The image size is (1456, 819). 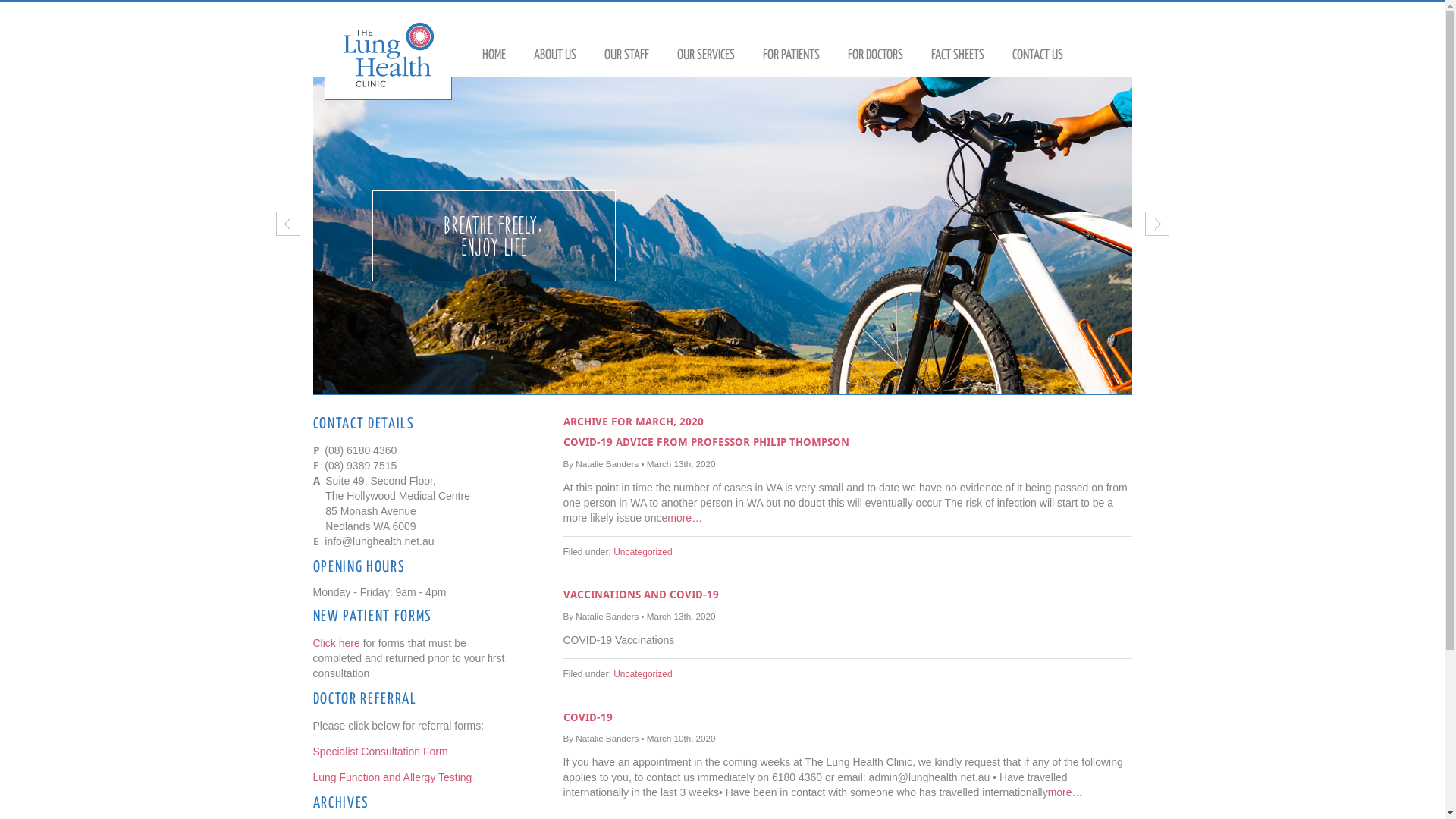 I want to click on 'OUR STAFF', so click(x=626, y=55).